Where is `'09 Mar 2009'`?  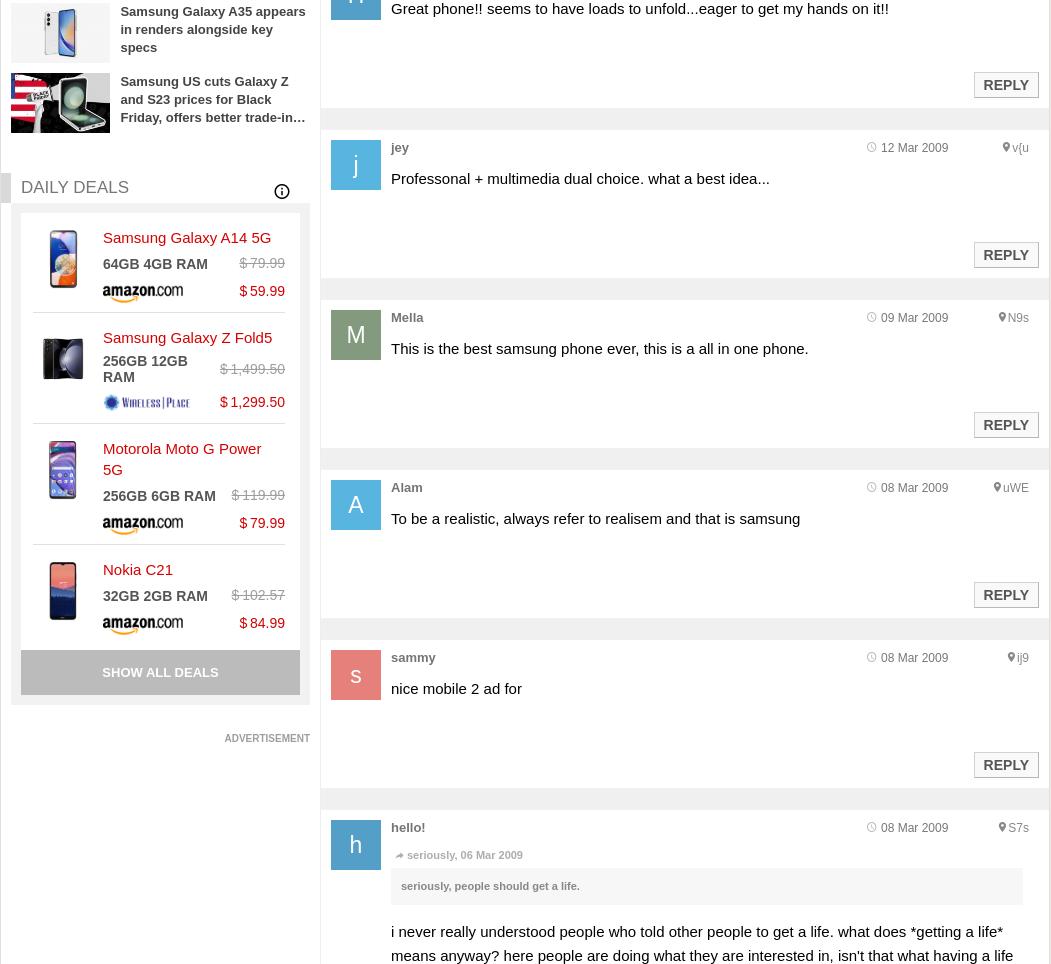
'09 Mar 2009' is located at coordinates (914, 318).